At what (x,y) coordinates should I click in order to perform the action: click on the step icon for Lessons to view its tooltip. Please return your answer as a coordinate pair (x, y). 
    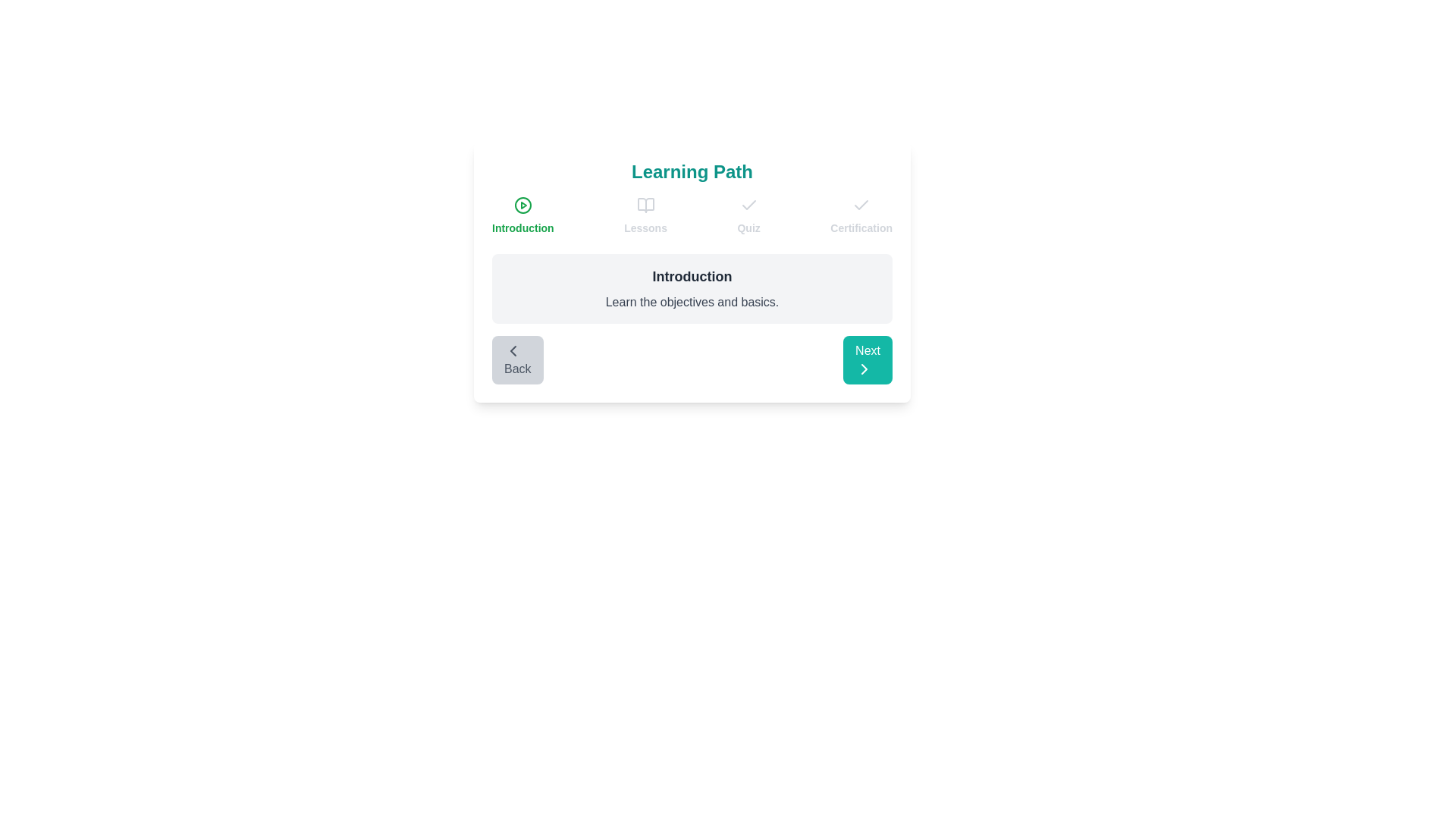
    Looking at the image, I should click on (645, 205).